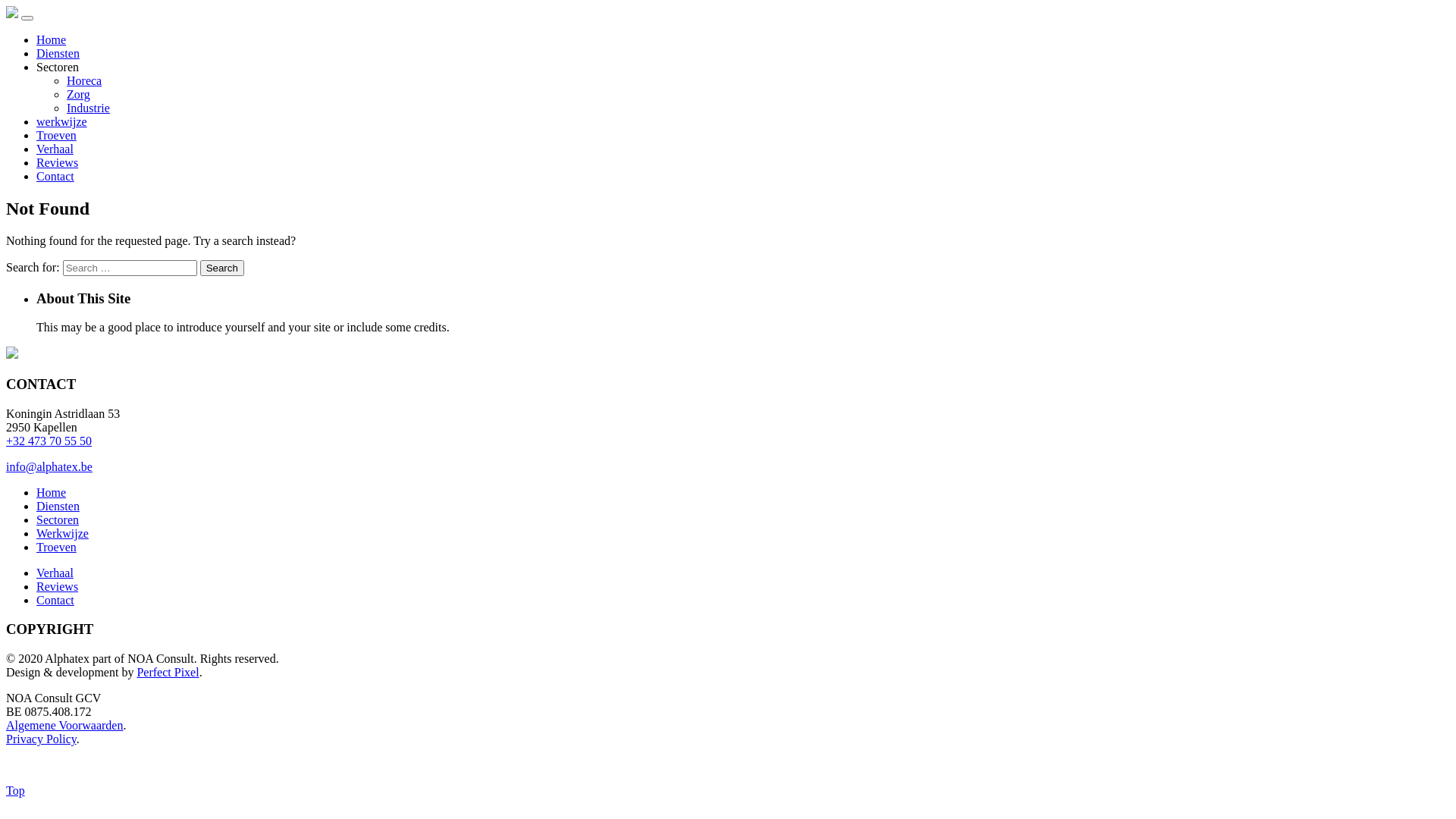 The image size is (1456, 819). I want to click on 'Reviews', so click(57, 162).